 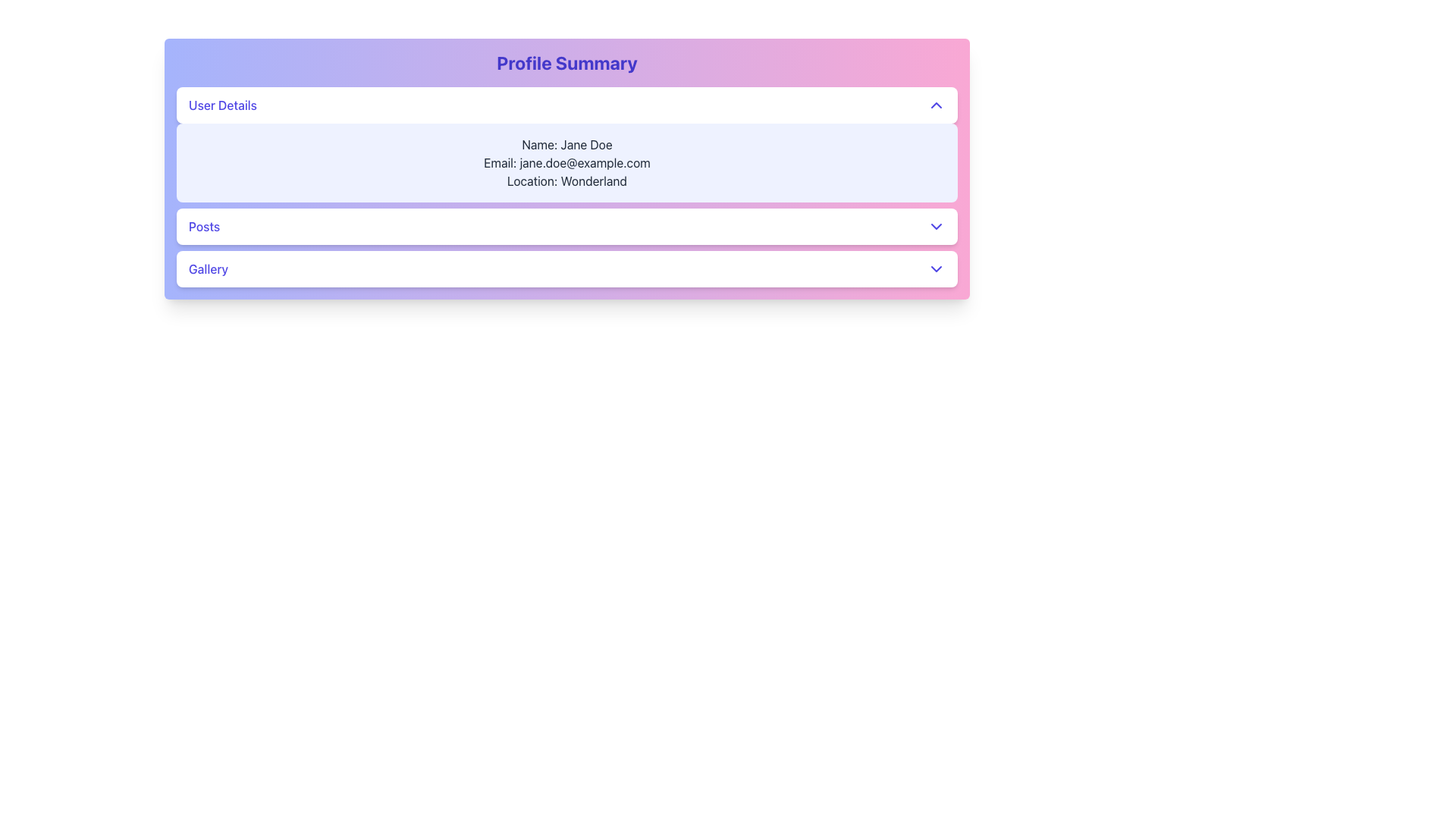 I want to click on the static text display element that shows the user's name, which is the first among its sibling elements in the 'Profile Summary' section under 'User Details', so click(x=566, y=145).